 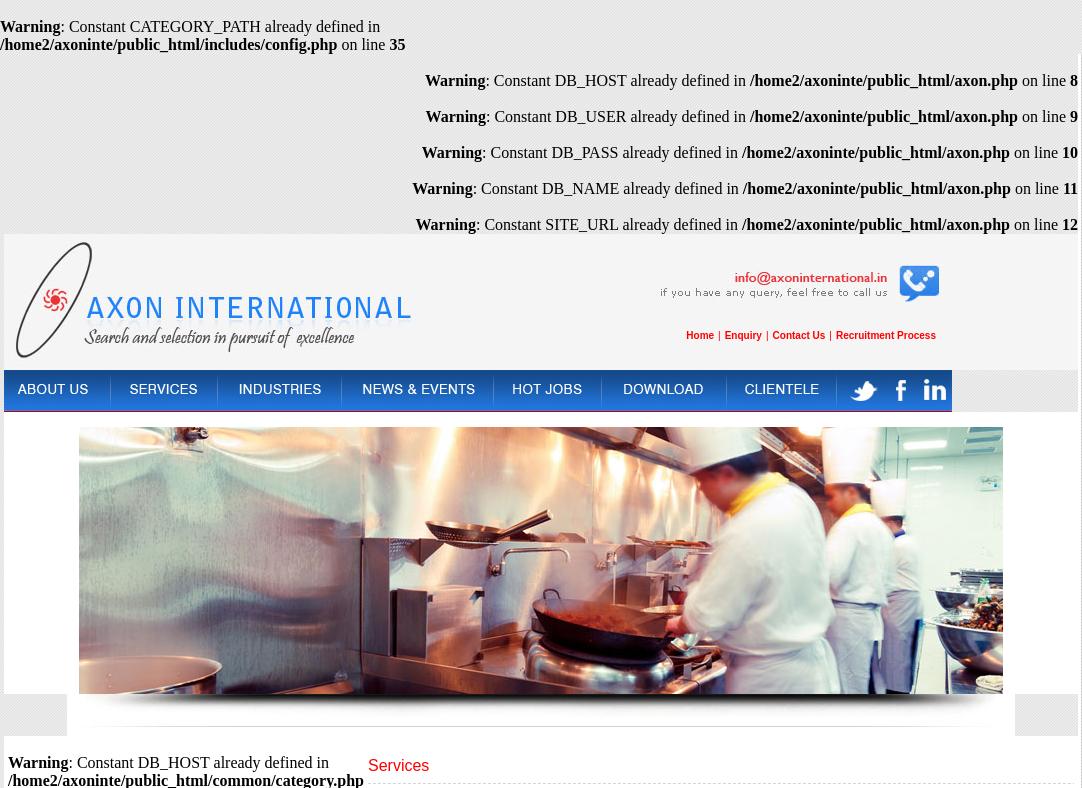 I want to click on 'Enquiry', so click(x=741, y=334).